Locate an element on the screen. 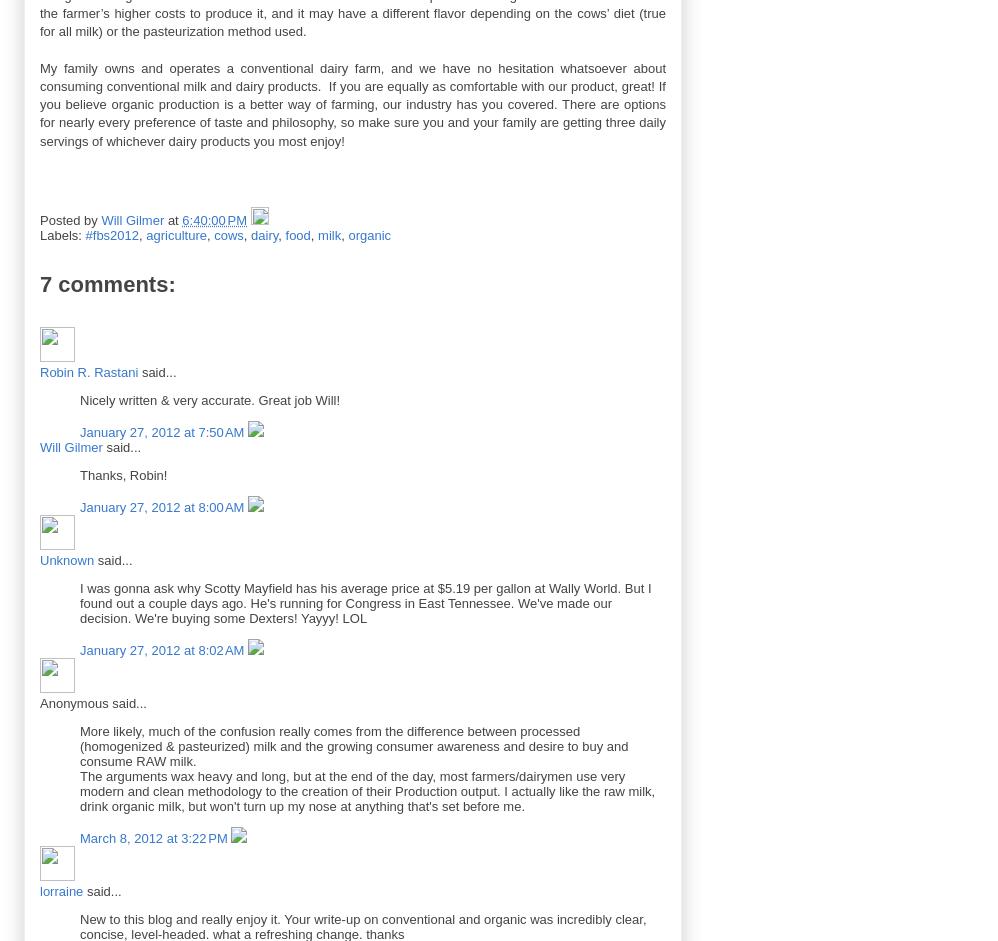  'More likely, much of the confusion really comes from the difference between processed (homogenized & pasteurized) milk and the growing consumer awareness and desire to buy and consume RAW milk.' is located at coordinates (352, 745).